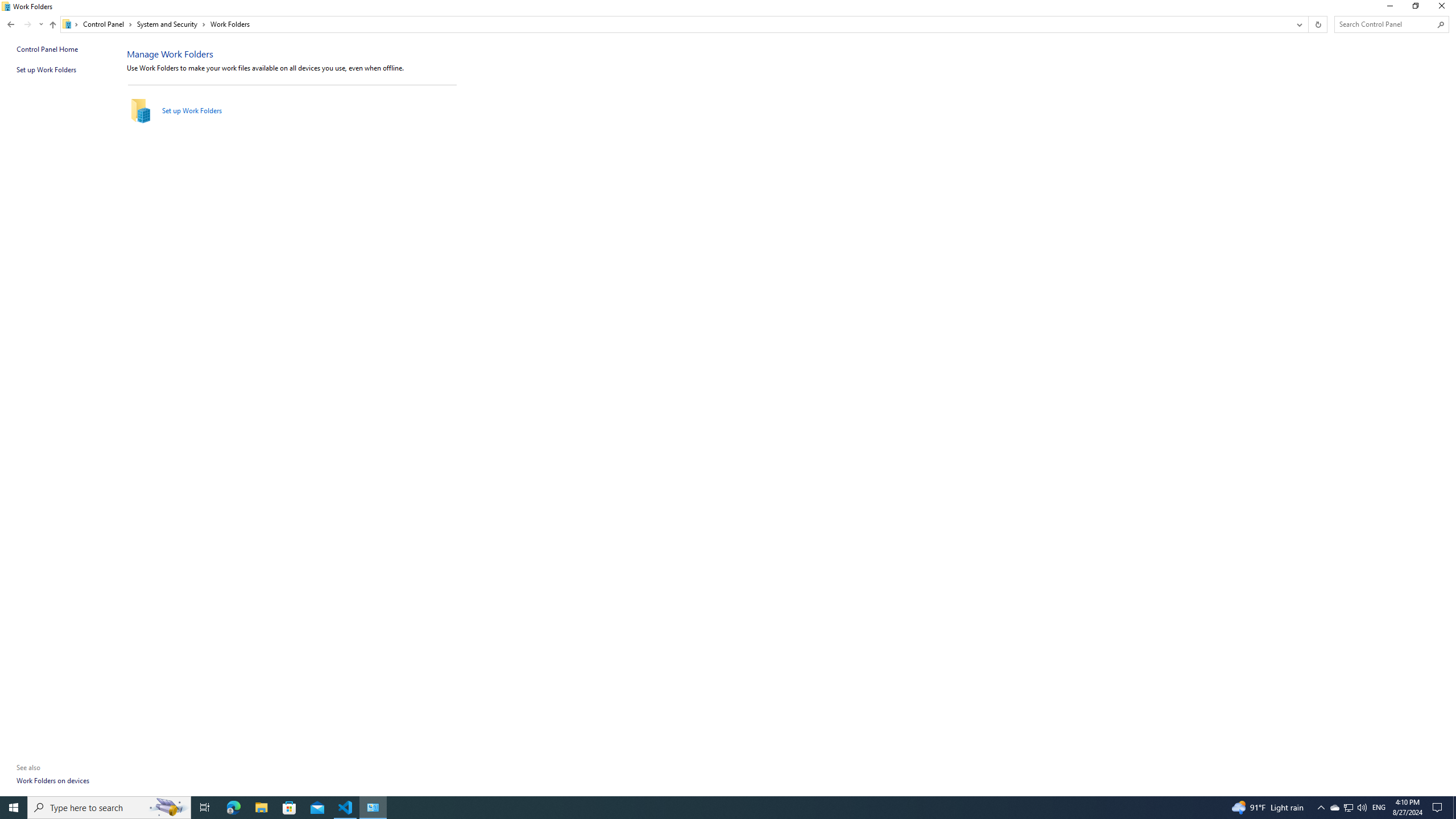 The image size is (1456, 819). Describe the element at coordinates (11, 24) in the screenshot. I see `'Back to System and Security (Alt + Left Arrow)'` at that location.